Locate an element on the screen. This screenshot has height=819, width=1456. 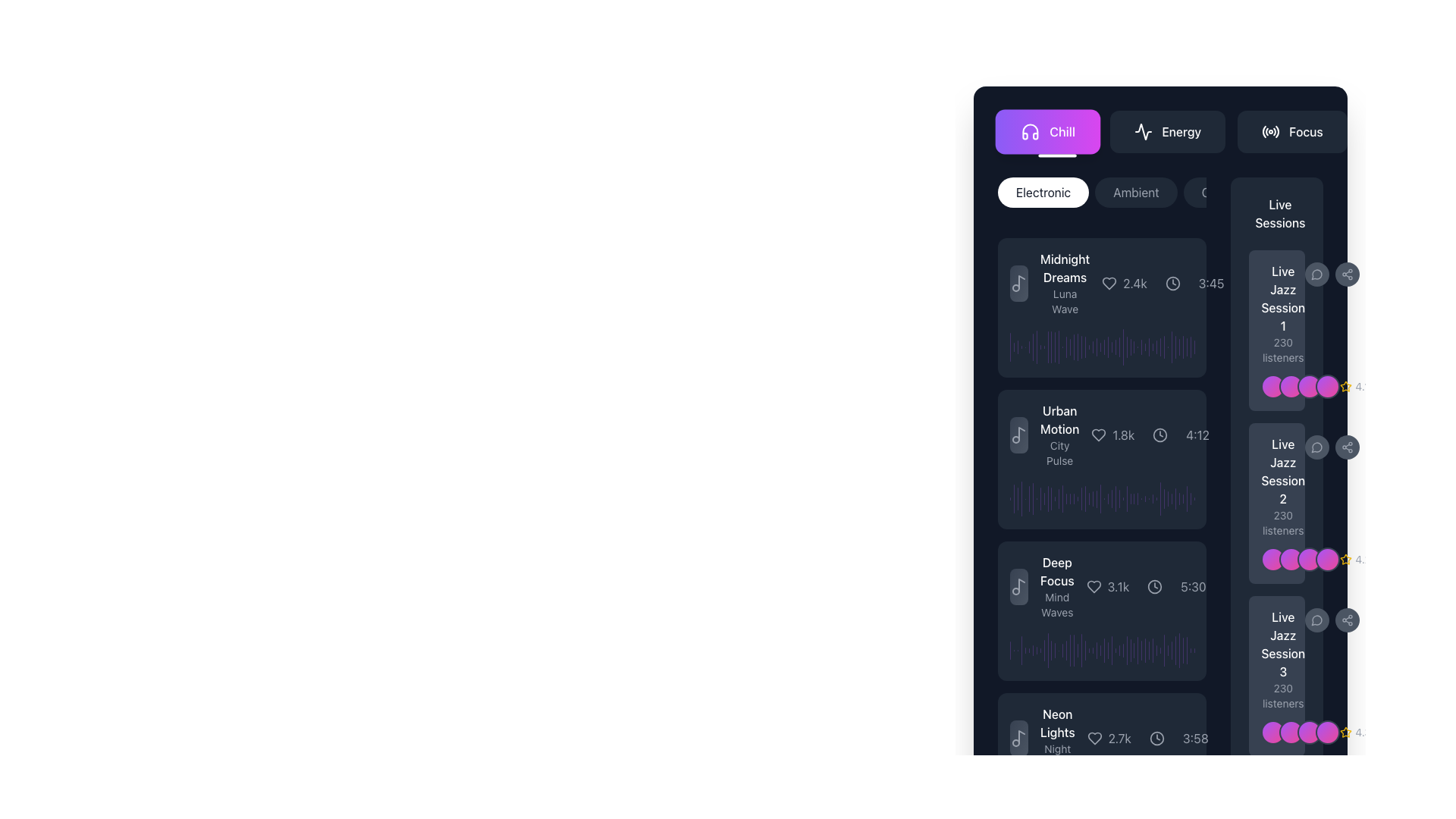
the progress indicator element located under the 'Live Jazz Session 3' section, which is the twenty-sixth element in the vertical sequence of bars is located at coordinates (1108, 649).